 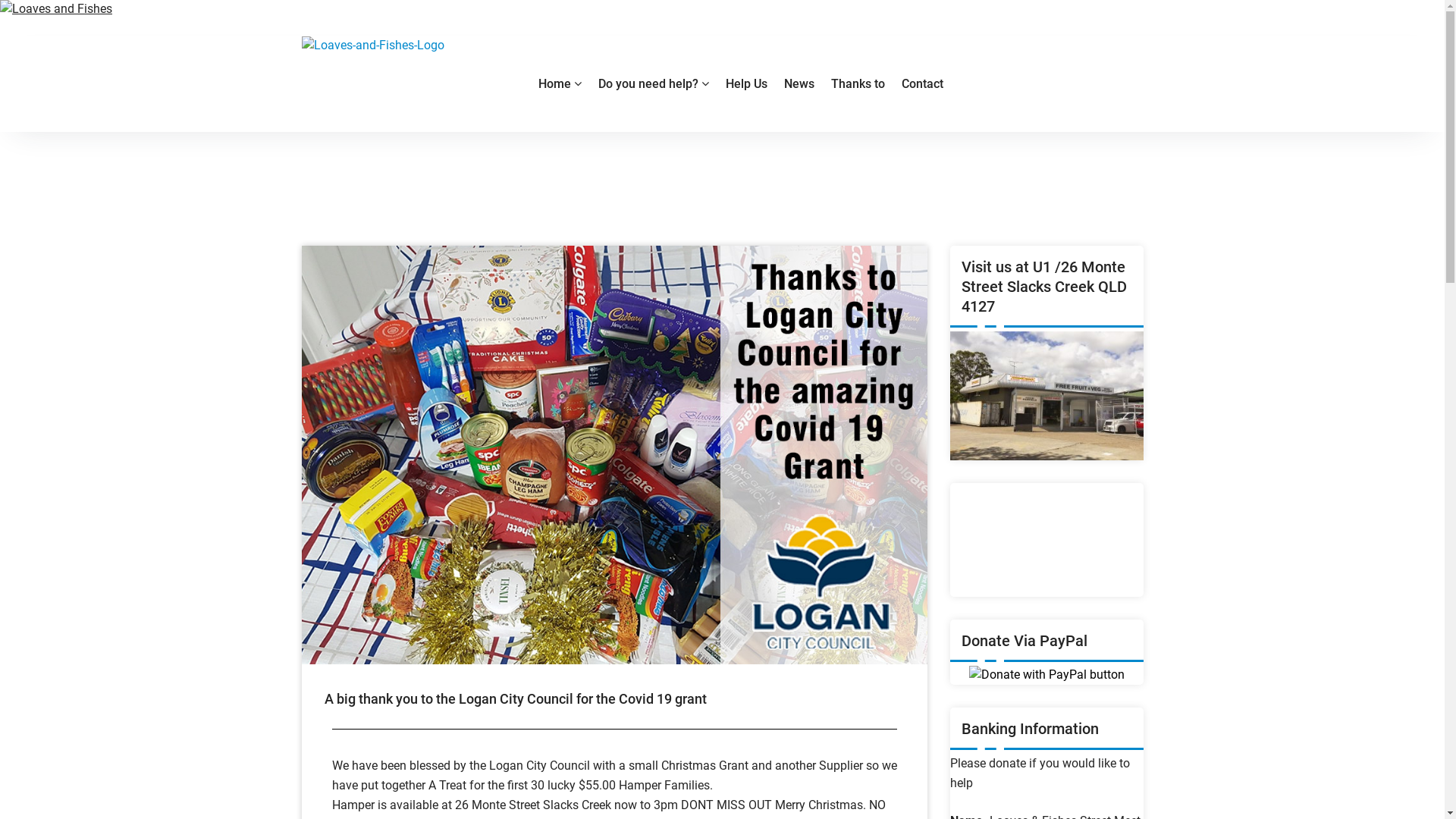 What do you see at coordinates (558, 84) in the screenshot?
I see `'Home'` at bounding box center [558, 84].